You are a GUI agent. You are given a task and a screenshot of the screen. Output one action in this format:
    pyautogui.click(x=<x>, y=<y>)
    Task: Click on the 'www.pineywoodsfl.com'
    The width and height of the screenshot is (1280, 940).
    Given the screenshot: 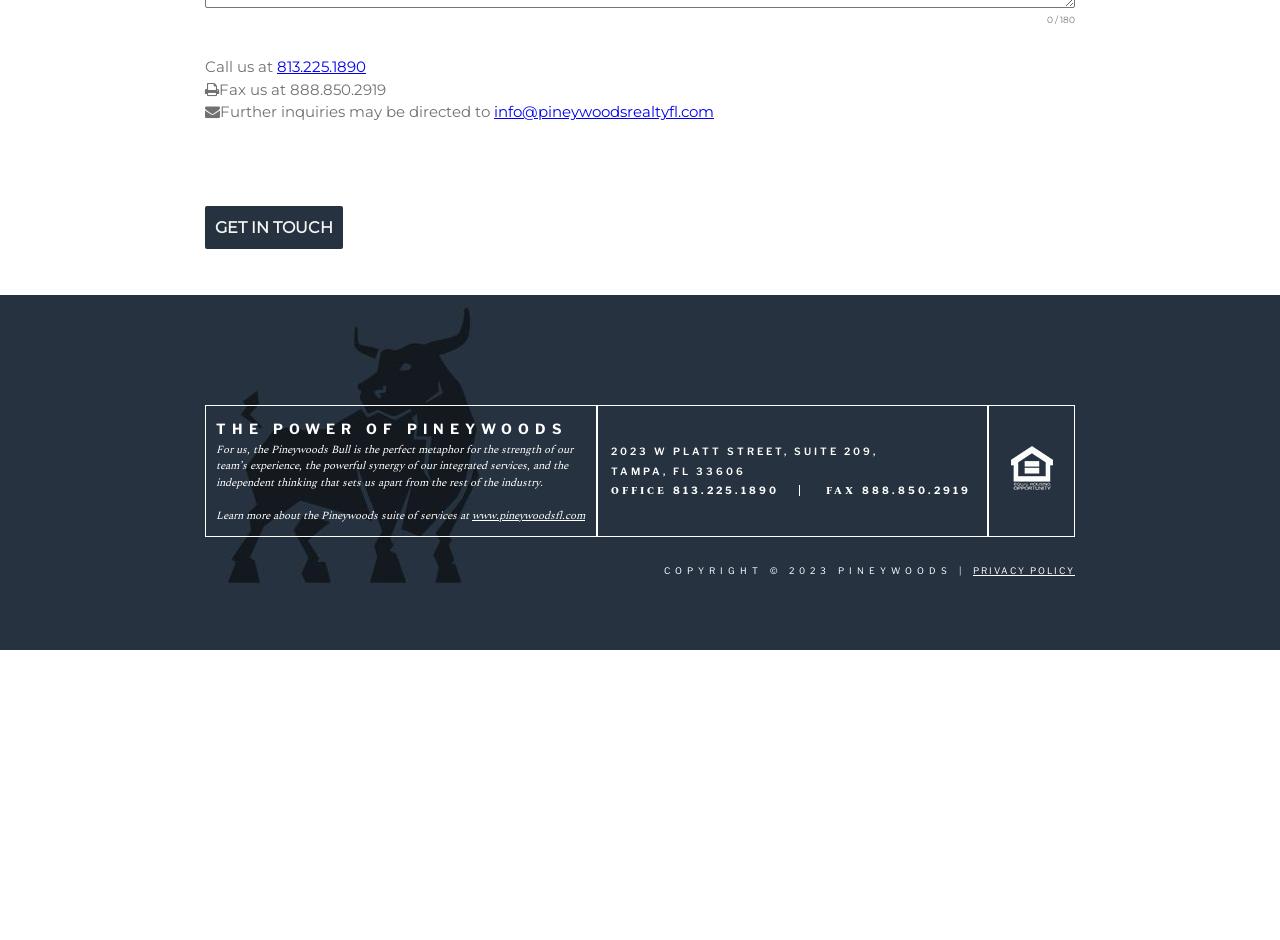 What is the action you would take?
    pyautogui.click(x=528, y=513)
    